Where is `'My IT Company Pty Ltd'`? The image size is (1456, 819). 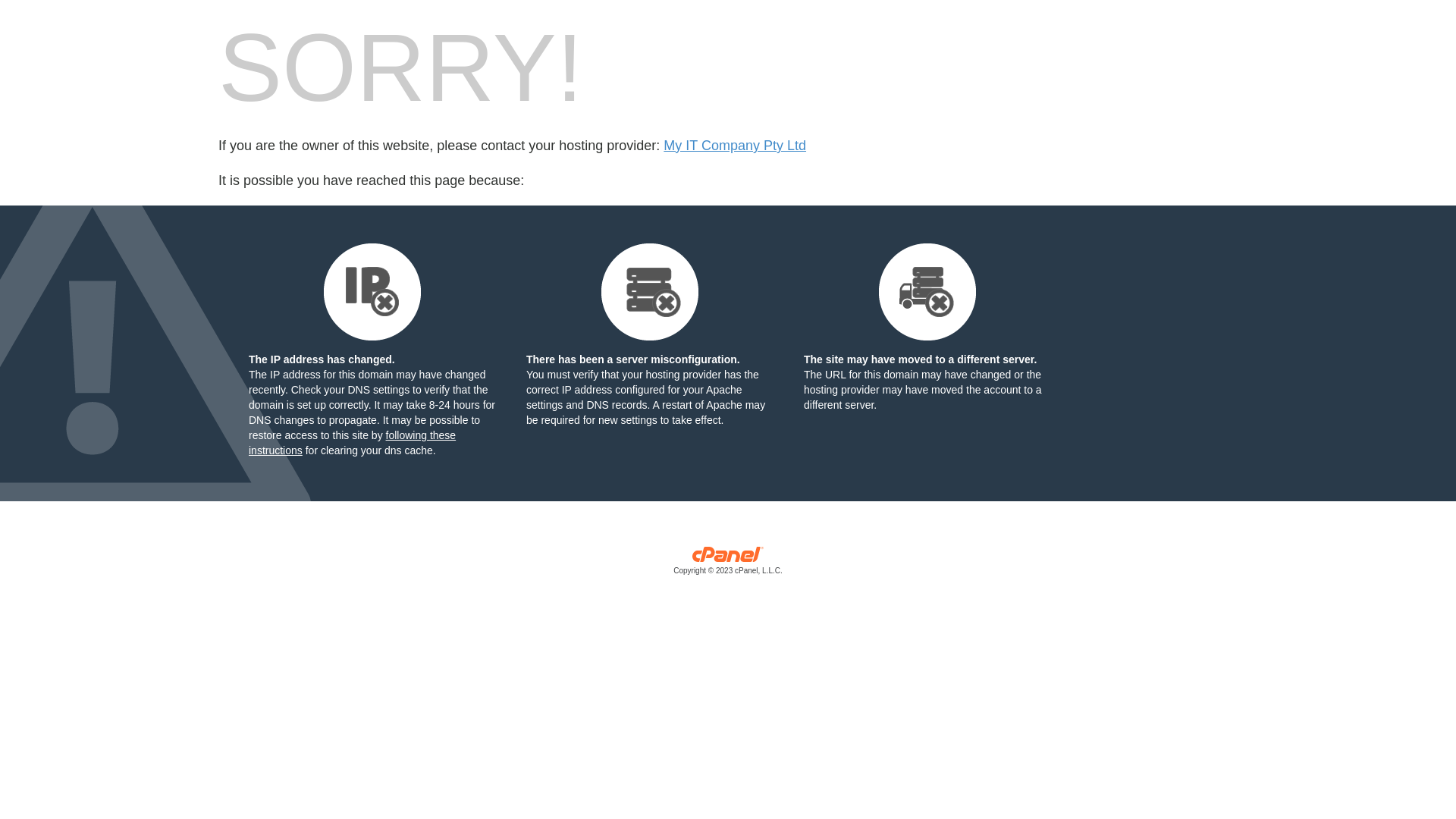
'My IT Company Pty Ltd' is located at coordinates (735, 146).